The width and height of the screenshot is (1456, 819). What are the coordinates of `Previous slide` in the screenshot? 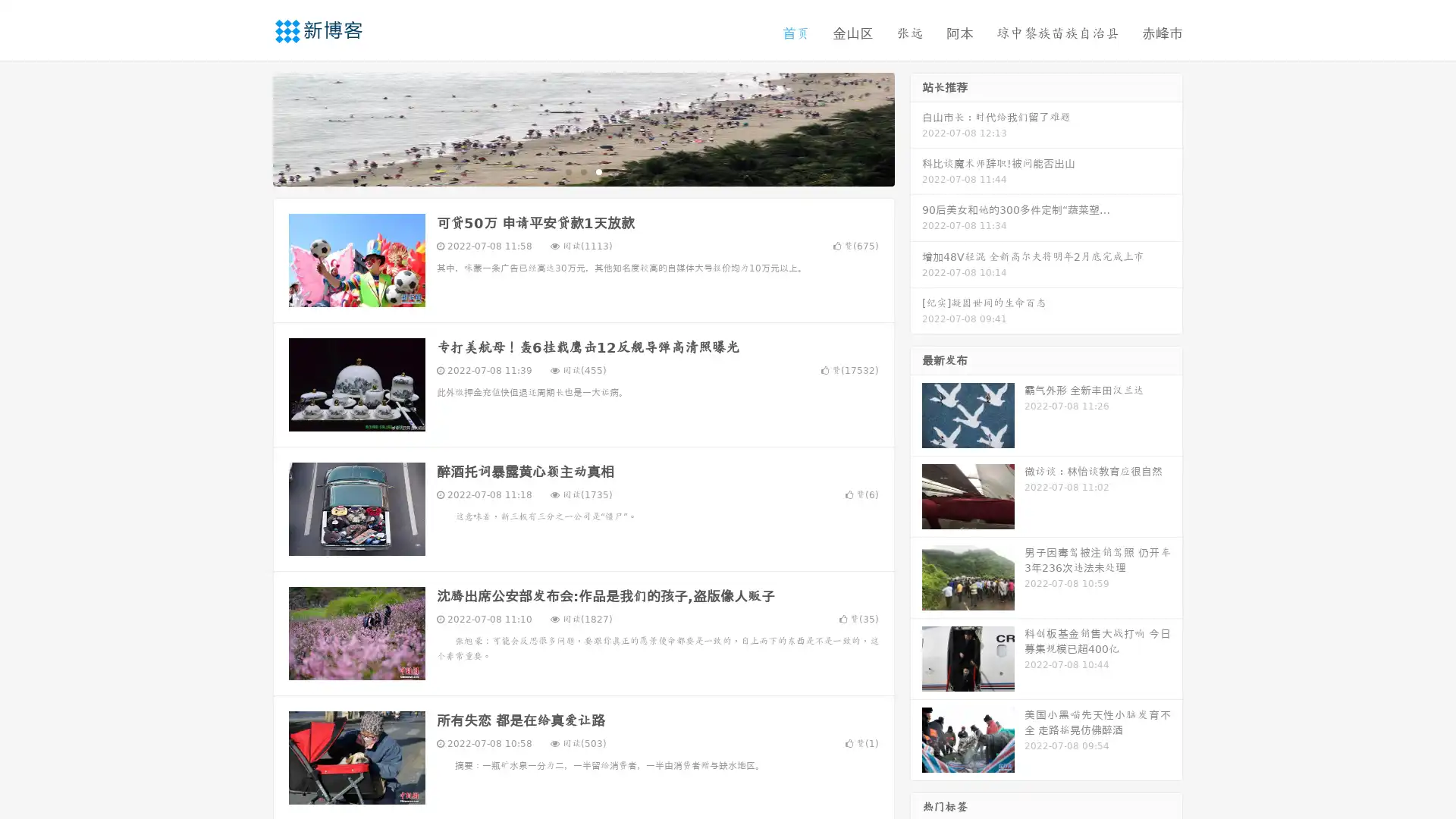 It's located at (250, 127).